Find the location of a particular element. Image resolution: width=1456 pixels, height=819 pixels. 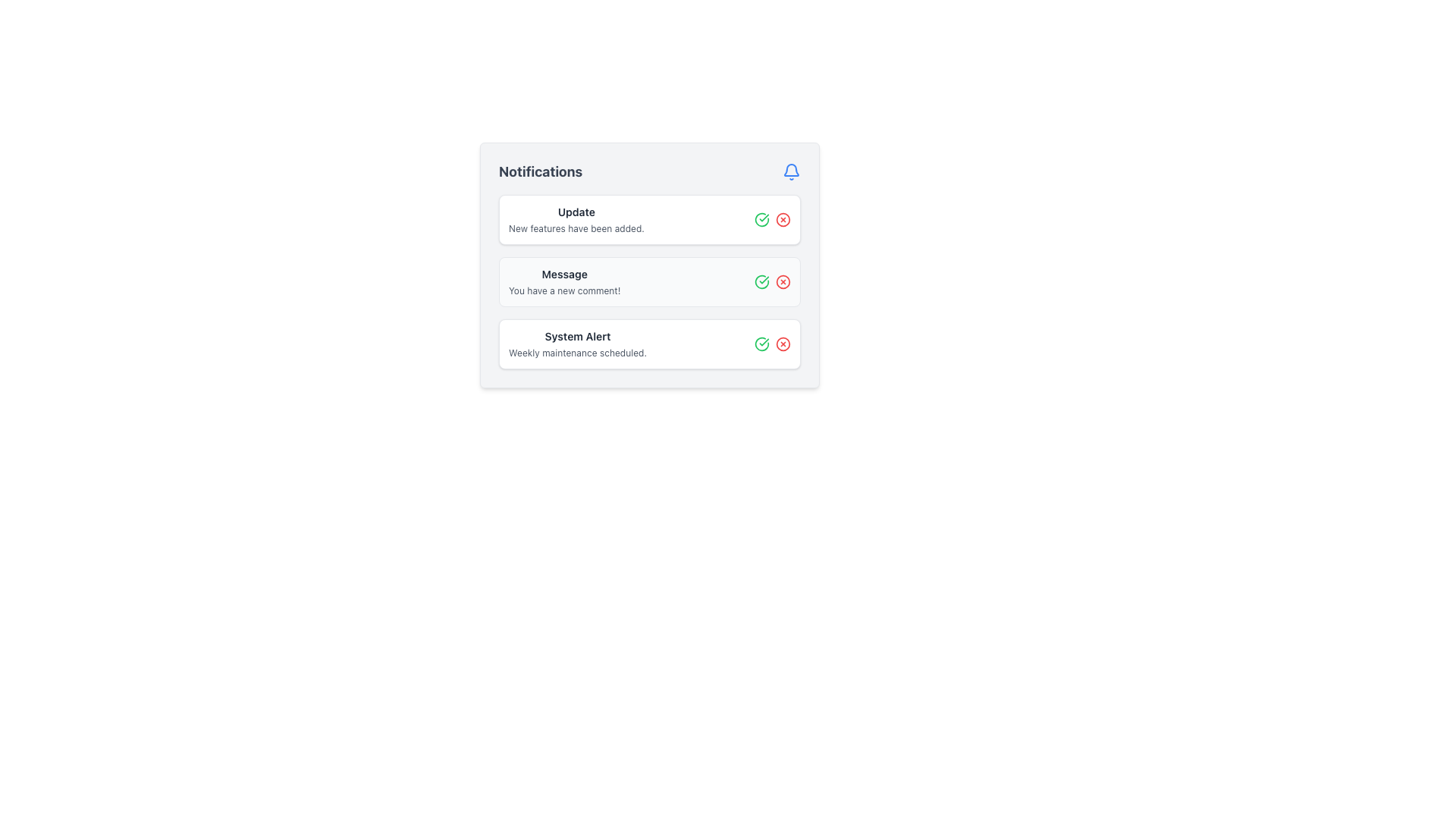

the circular confirmation icon with a green border and a checkmark in the center, located in the top notification card of the 'Notifications' section is located at coordinates (761, 219).